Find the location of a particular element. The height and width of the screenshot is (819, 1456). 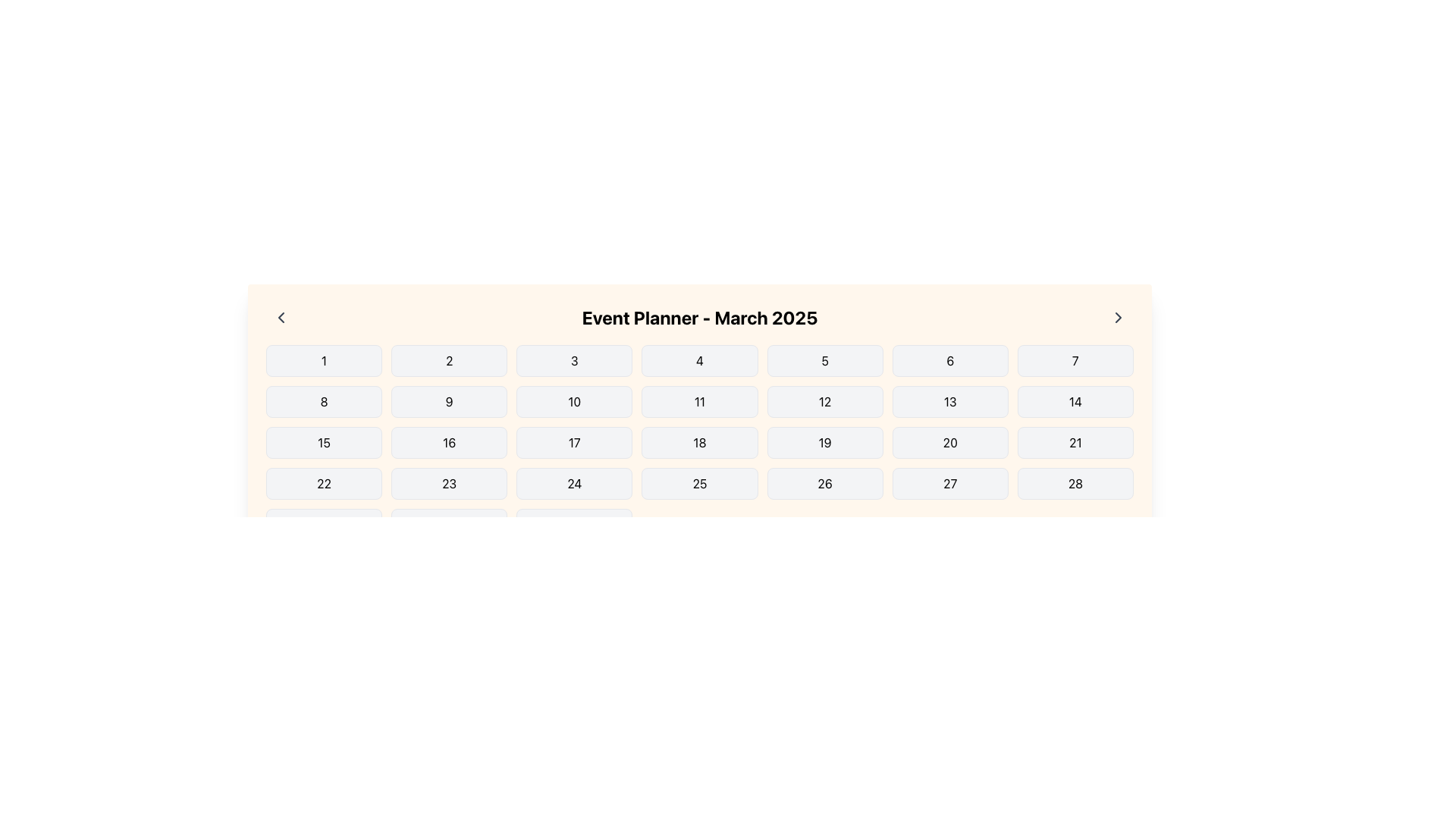

the rounded rectangular button with a light gray background containing the number '7', located in the top row of the grid structure is located at coordinates (1075, 360).